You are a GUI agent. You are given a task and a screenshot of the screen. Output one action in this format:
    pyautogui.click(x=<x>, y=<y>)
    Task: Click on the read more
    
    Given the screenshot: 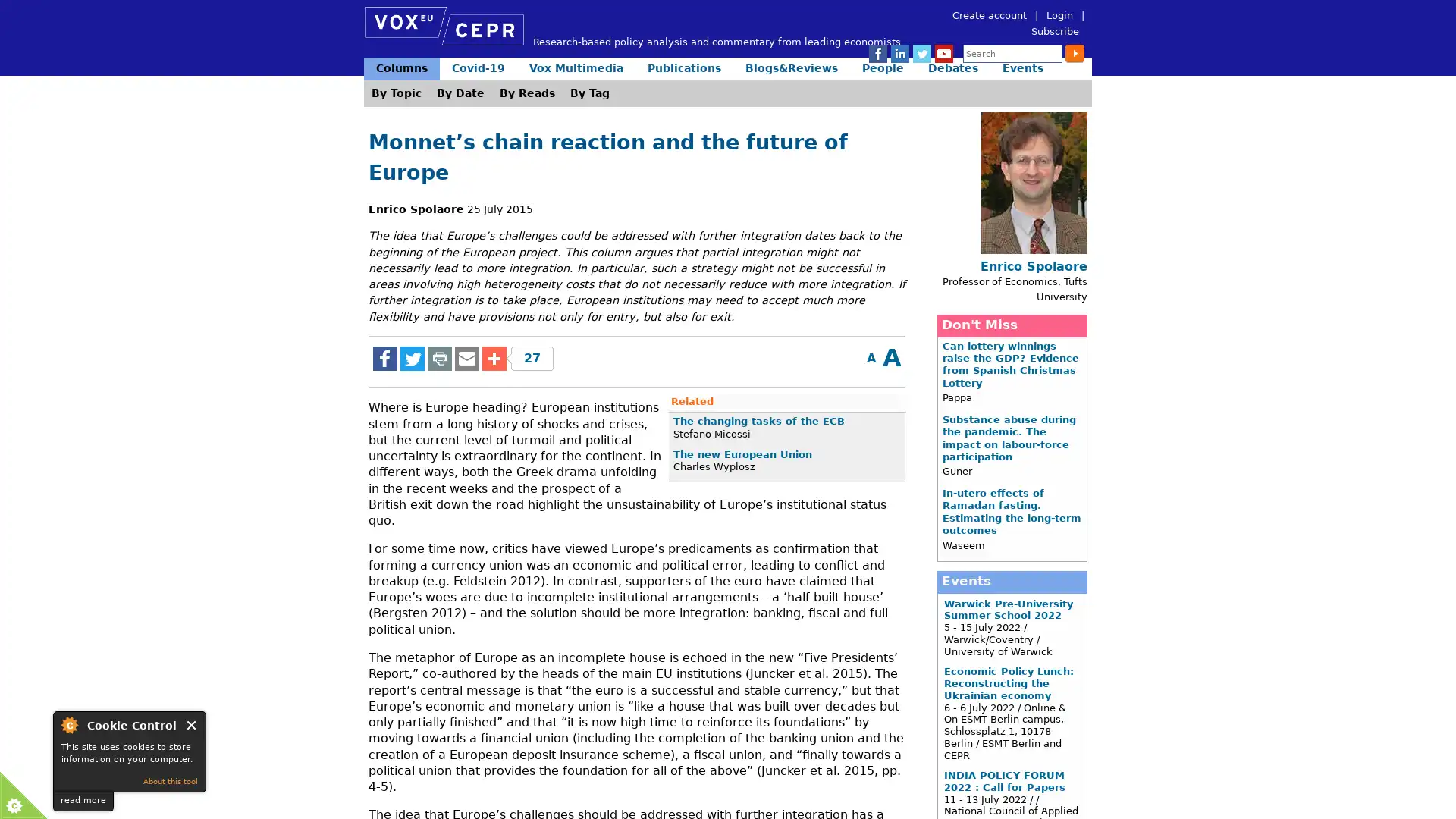 What is the action you would take?
    pyautogui.click(x=83, y=800)
    